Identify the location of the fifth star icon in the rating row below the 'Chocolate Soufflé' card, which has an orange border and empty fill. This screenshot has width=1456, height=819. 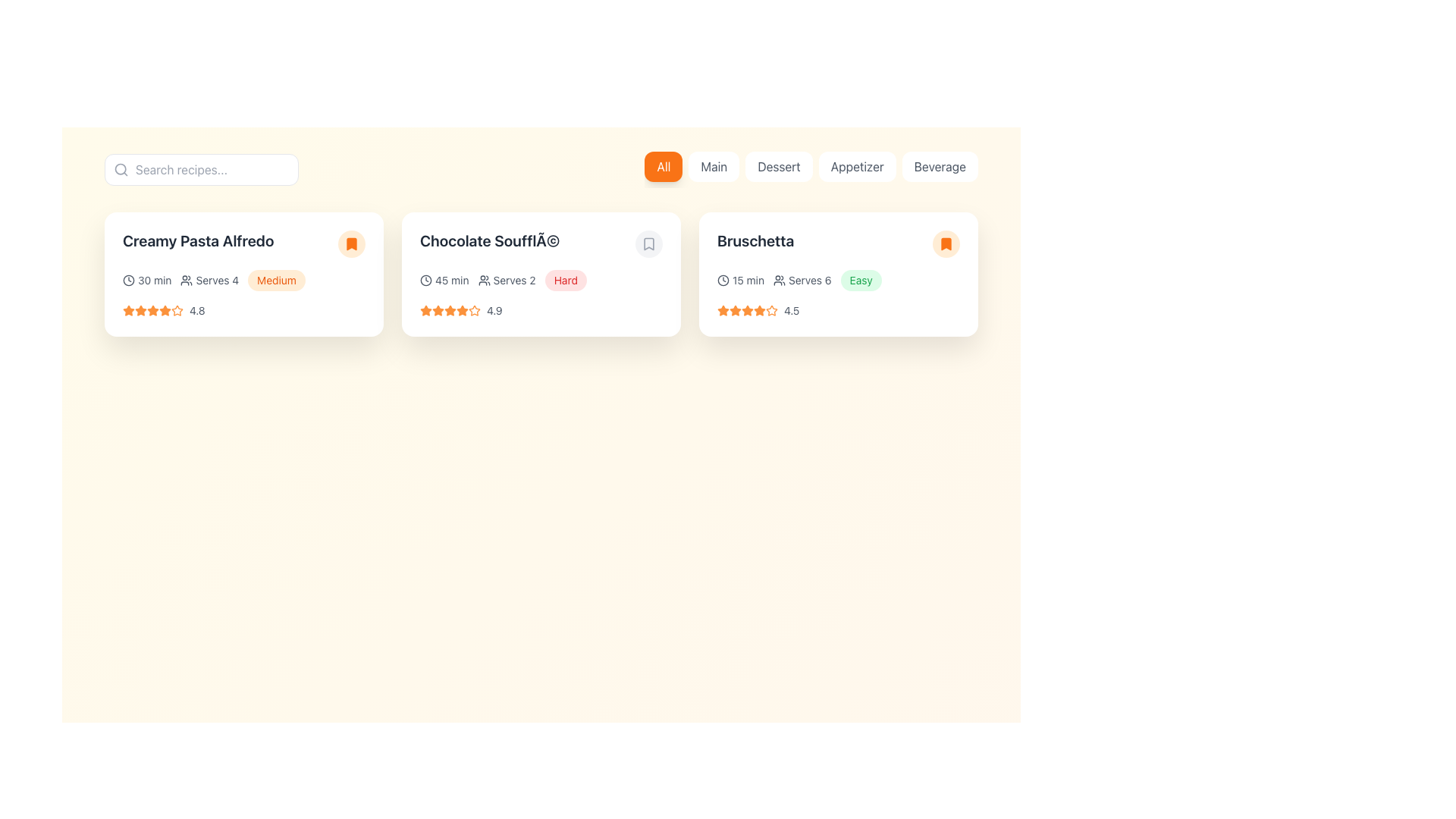
(473, 309).